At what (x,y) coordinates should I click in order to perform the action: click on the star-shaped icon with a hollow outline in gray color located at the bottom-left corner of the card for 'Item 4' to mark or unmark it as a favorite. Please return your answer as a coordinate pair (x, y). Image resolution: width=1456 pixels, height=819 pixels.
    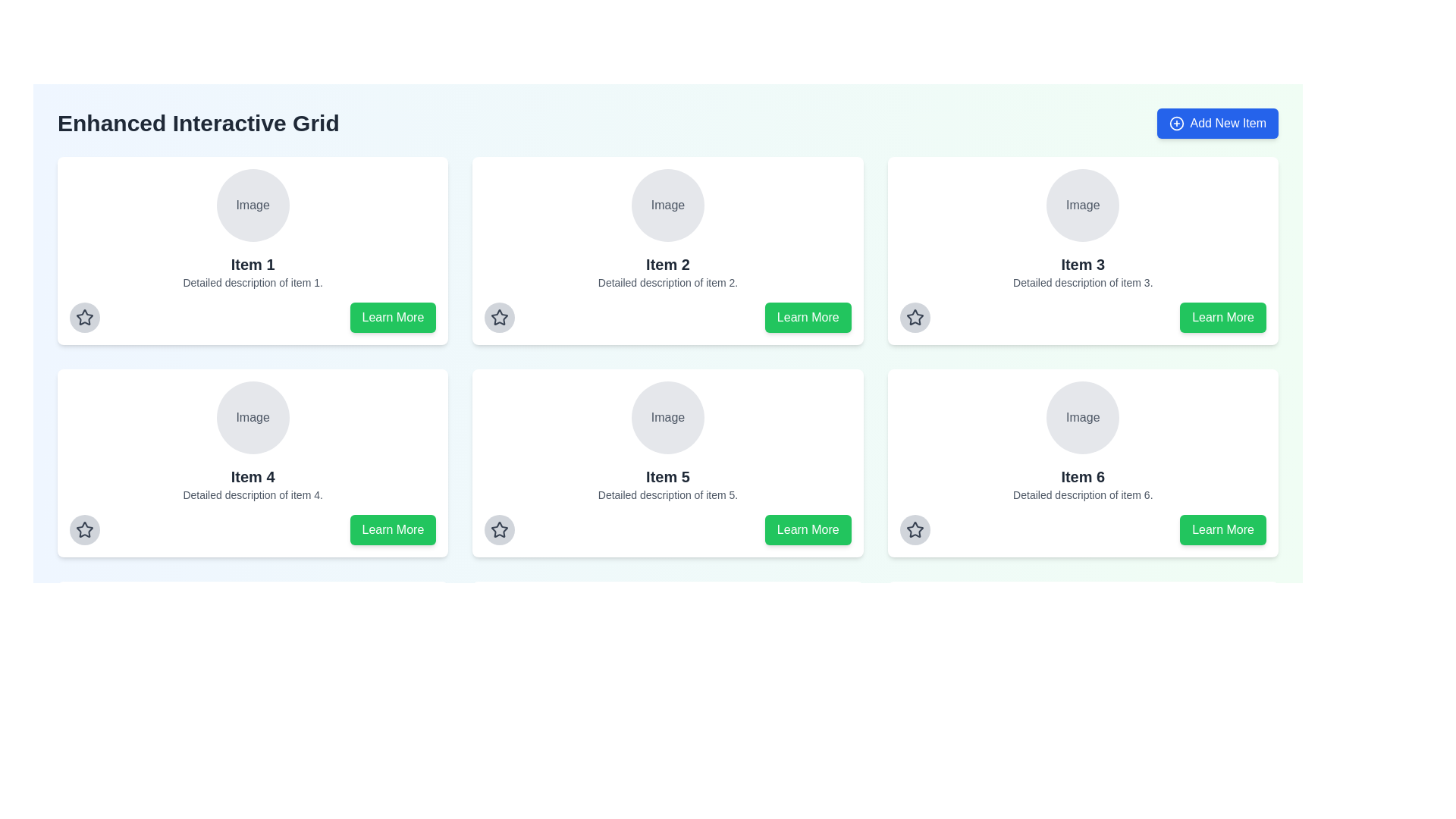
    Looking at the image, I should click on (83, 529).